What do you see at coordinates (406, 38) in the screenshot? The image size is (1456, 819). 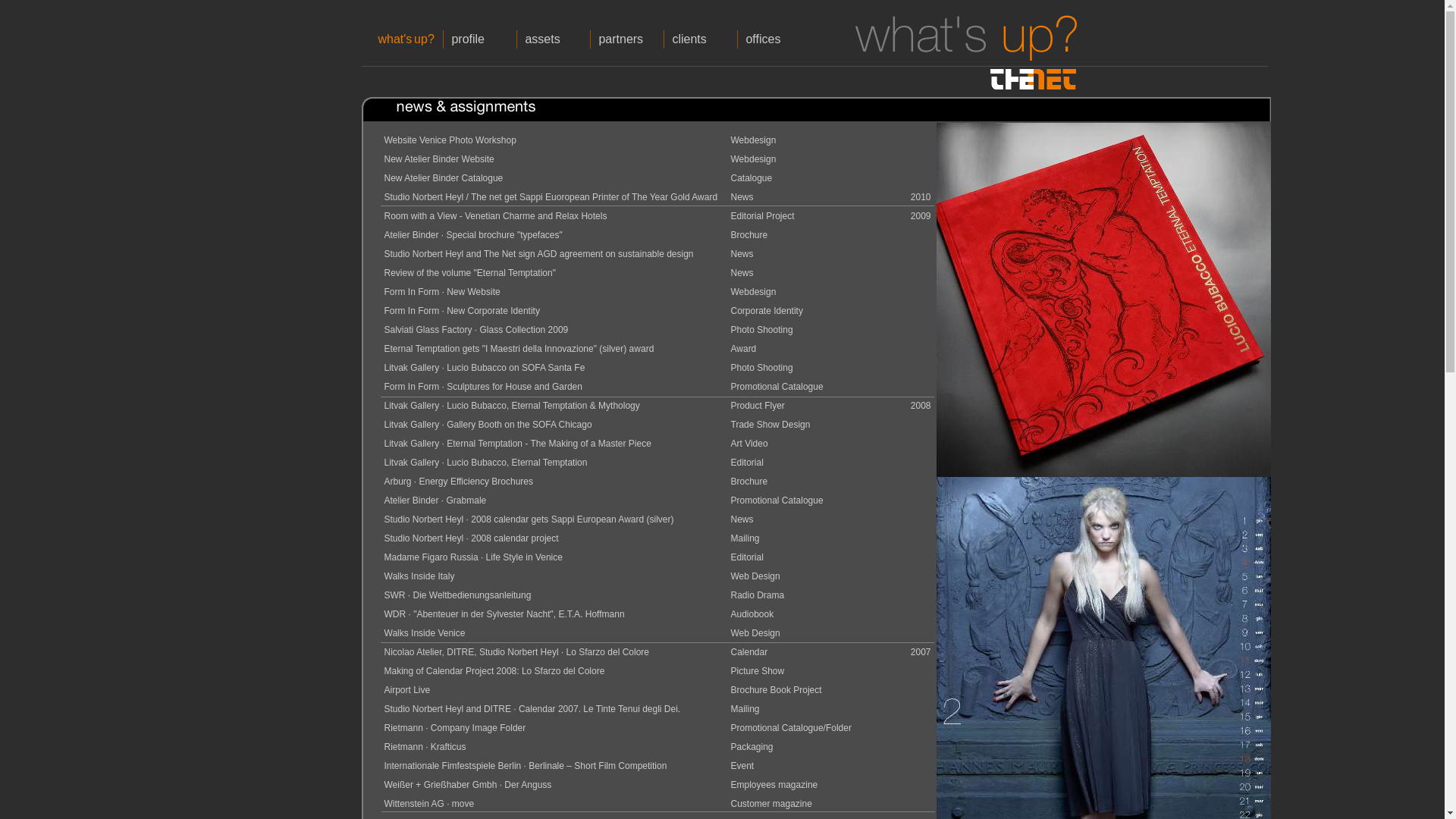 I see `'what's up?'` at bounding box center [406, 38].